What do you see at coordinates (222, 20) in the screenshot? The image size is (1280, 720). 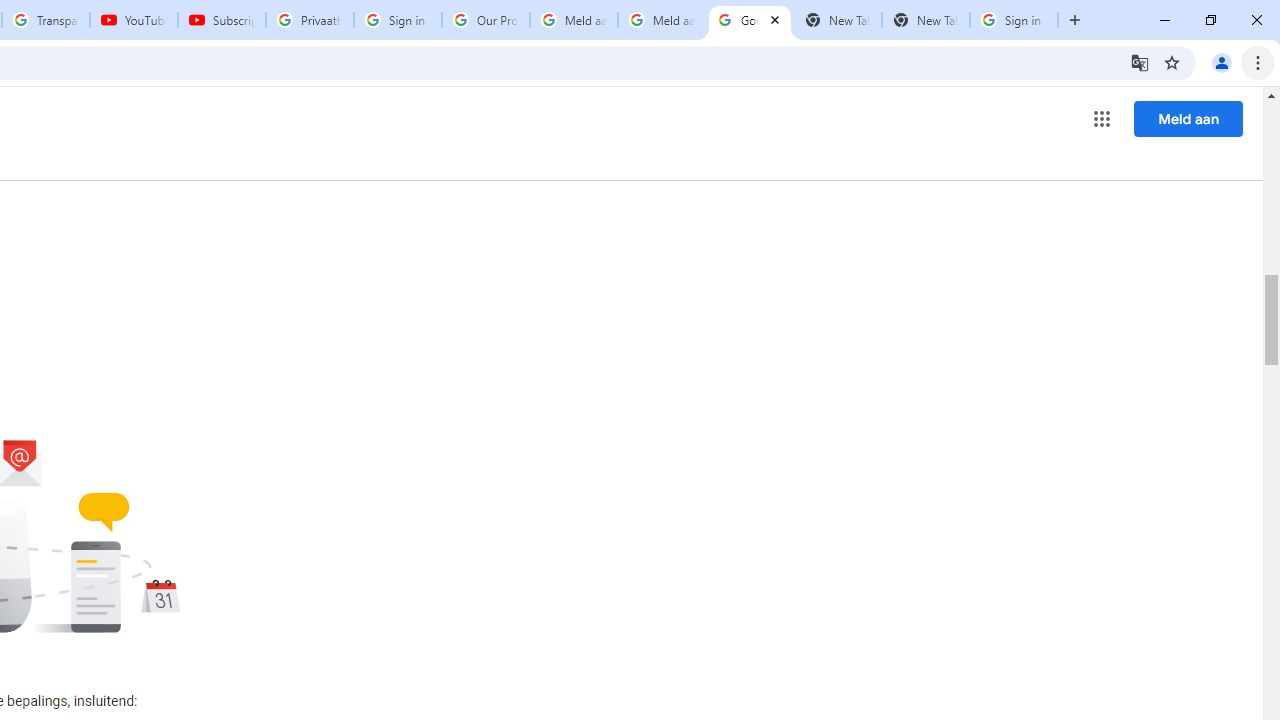 I see `'Subscriptions - YouTube'` at bounding box center [222, 20].